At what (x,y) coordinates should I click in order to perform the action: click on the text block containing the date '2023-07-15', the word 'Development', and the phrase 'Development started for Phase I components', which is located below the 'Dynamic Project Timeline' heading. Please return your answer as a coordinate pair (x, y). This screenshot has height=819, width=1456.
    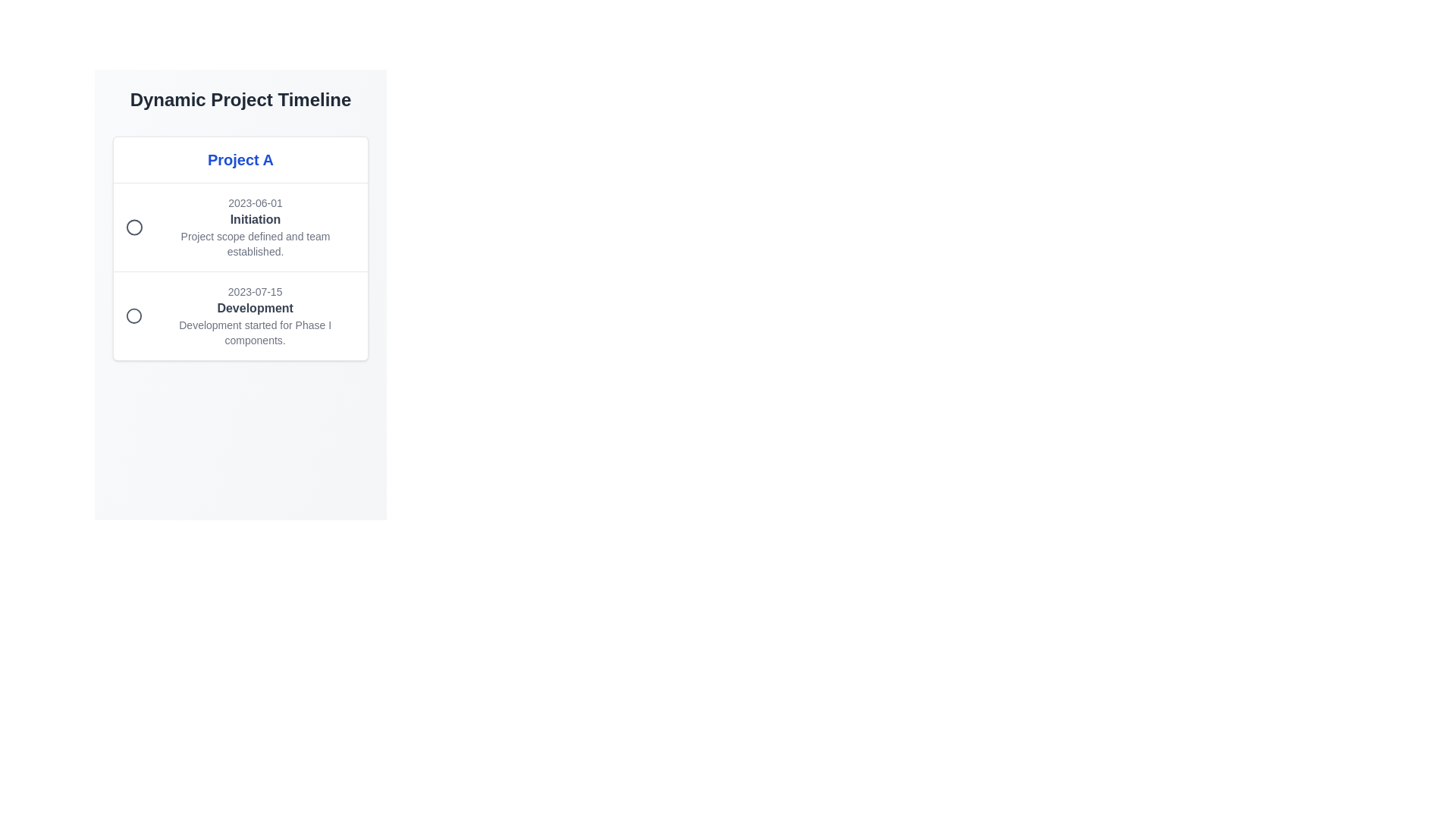
    Looking at the image, I should click on (255, 315).